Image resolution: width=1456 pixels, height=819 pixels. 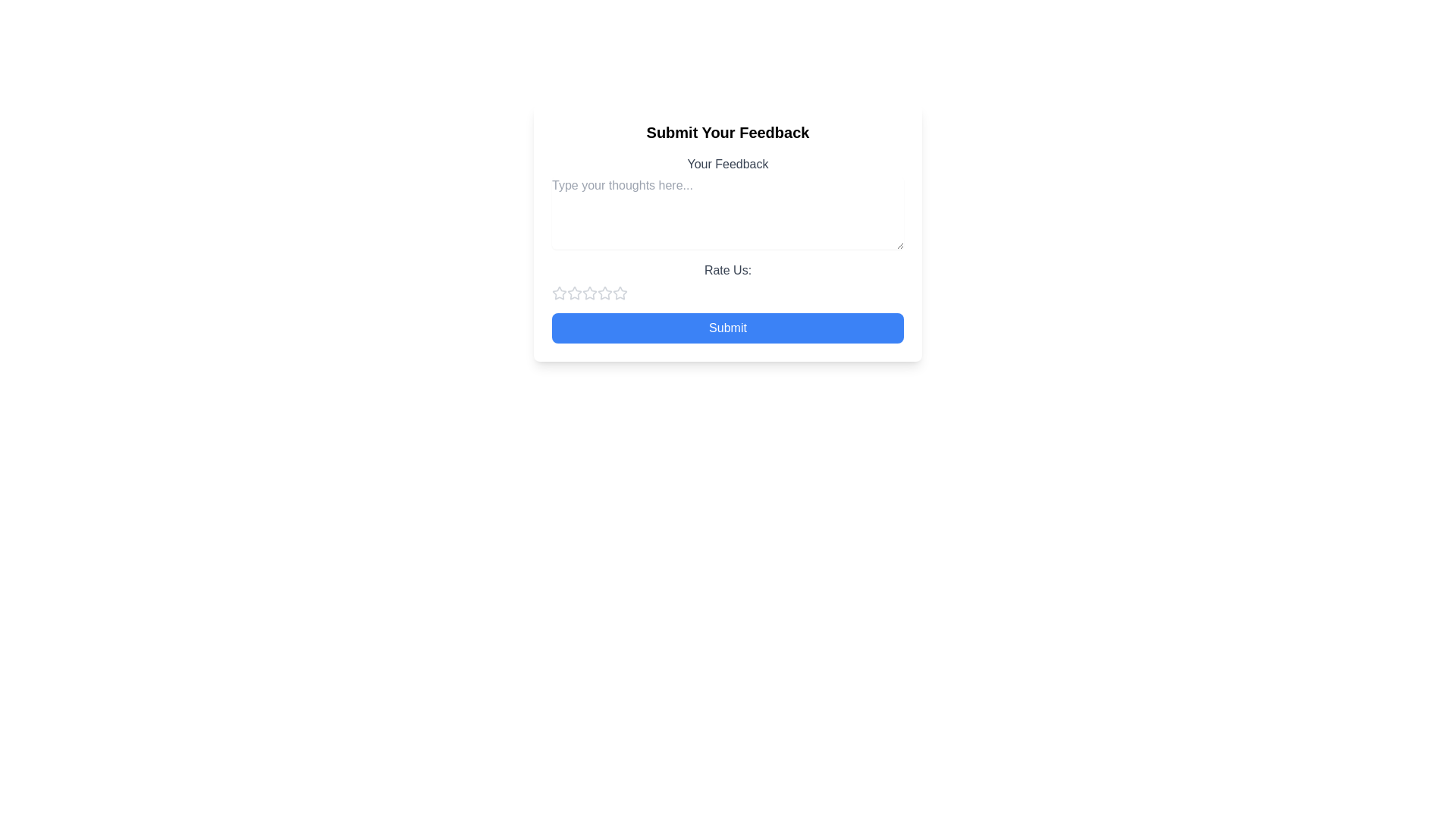 I want to click on the first star-shaped icon in the rating system, so click(x=559, y=293).